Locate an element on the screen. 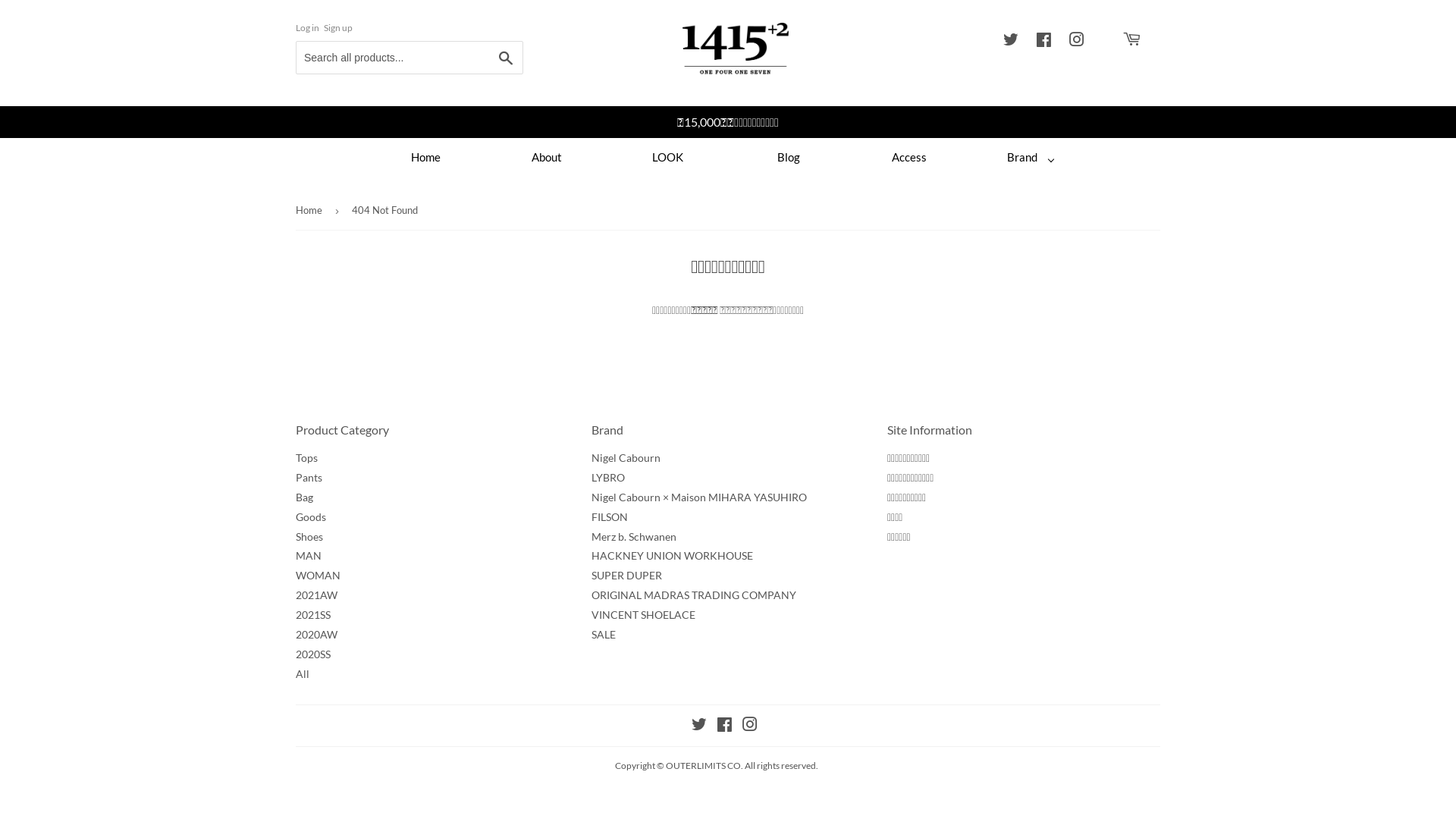 The width and height of the screenshot is (1456, 819). 'Instagram' is located at coordinates (742, 725).